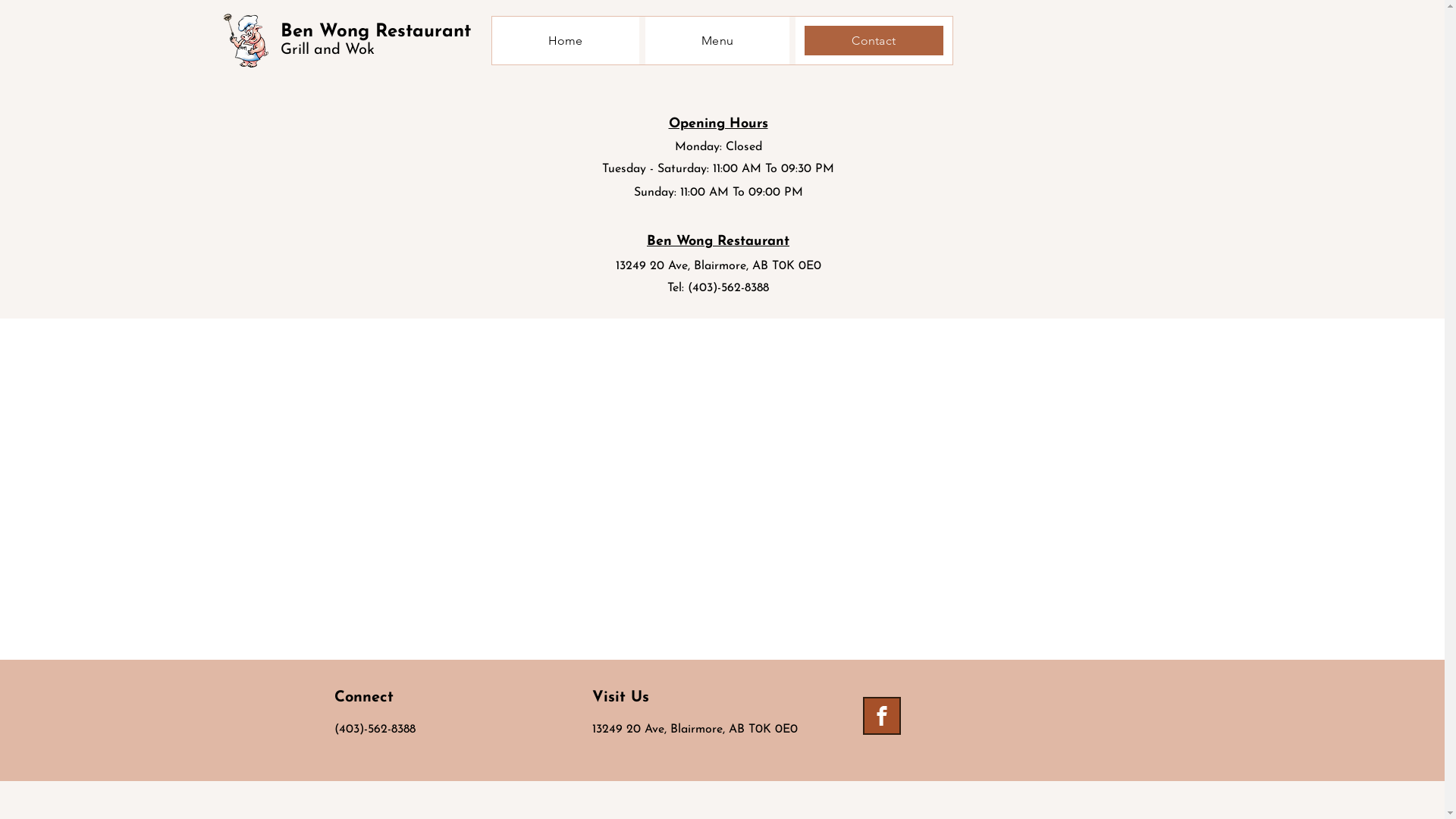 Image resolution: width=1456 pixels, height=819 pixels. What do you see at coordinates (716, 39) in the screenshot?
I see `'Menu'` at bounding box center [716, 39].